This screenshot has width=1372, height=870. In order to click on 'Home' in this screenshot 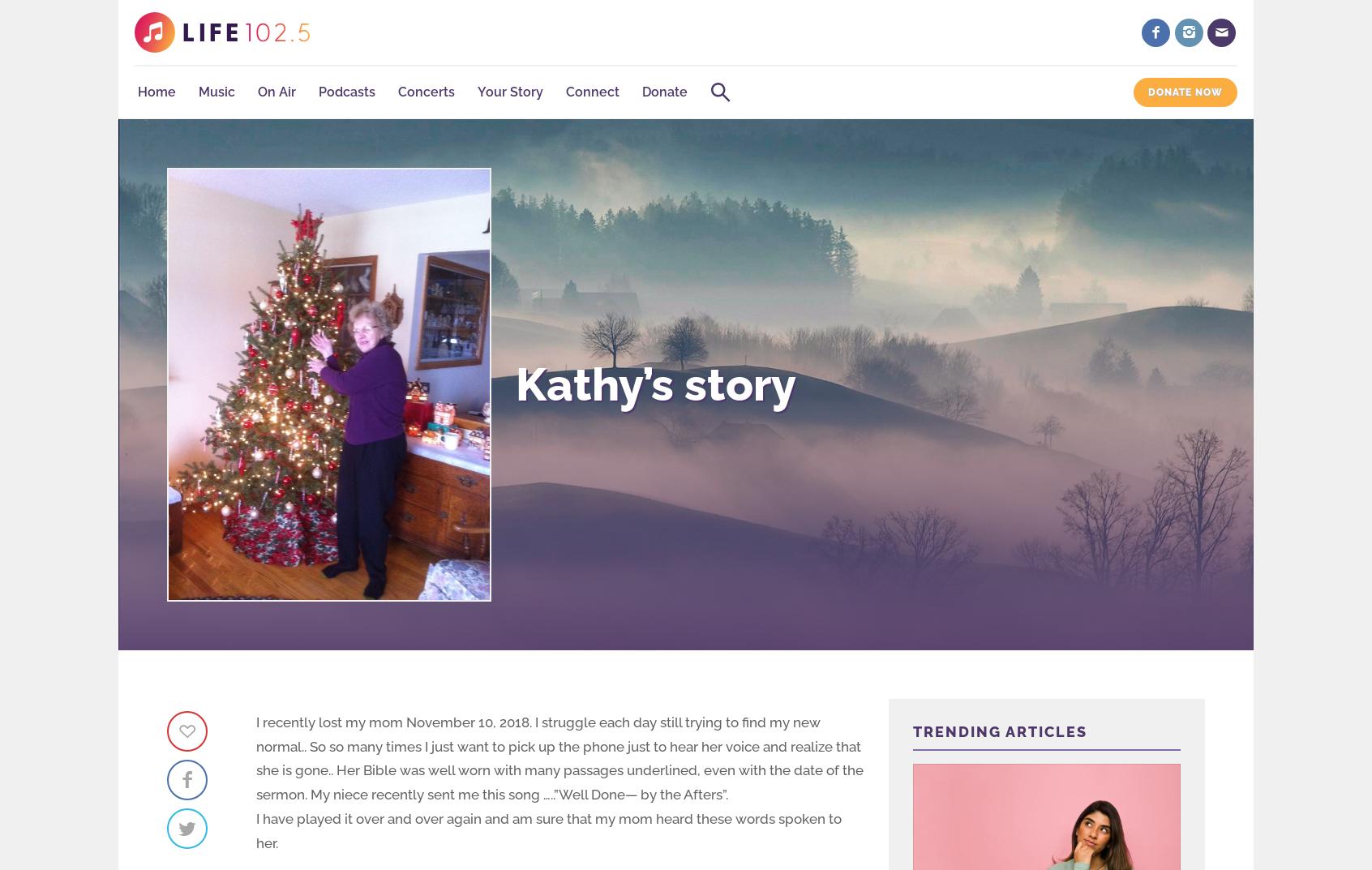, I will do `click(137, 92)`.